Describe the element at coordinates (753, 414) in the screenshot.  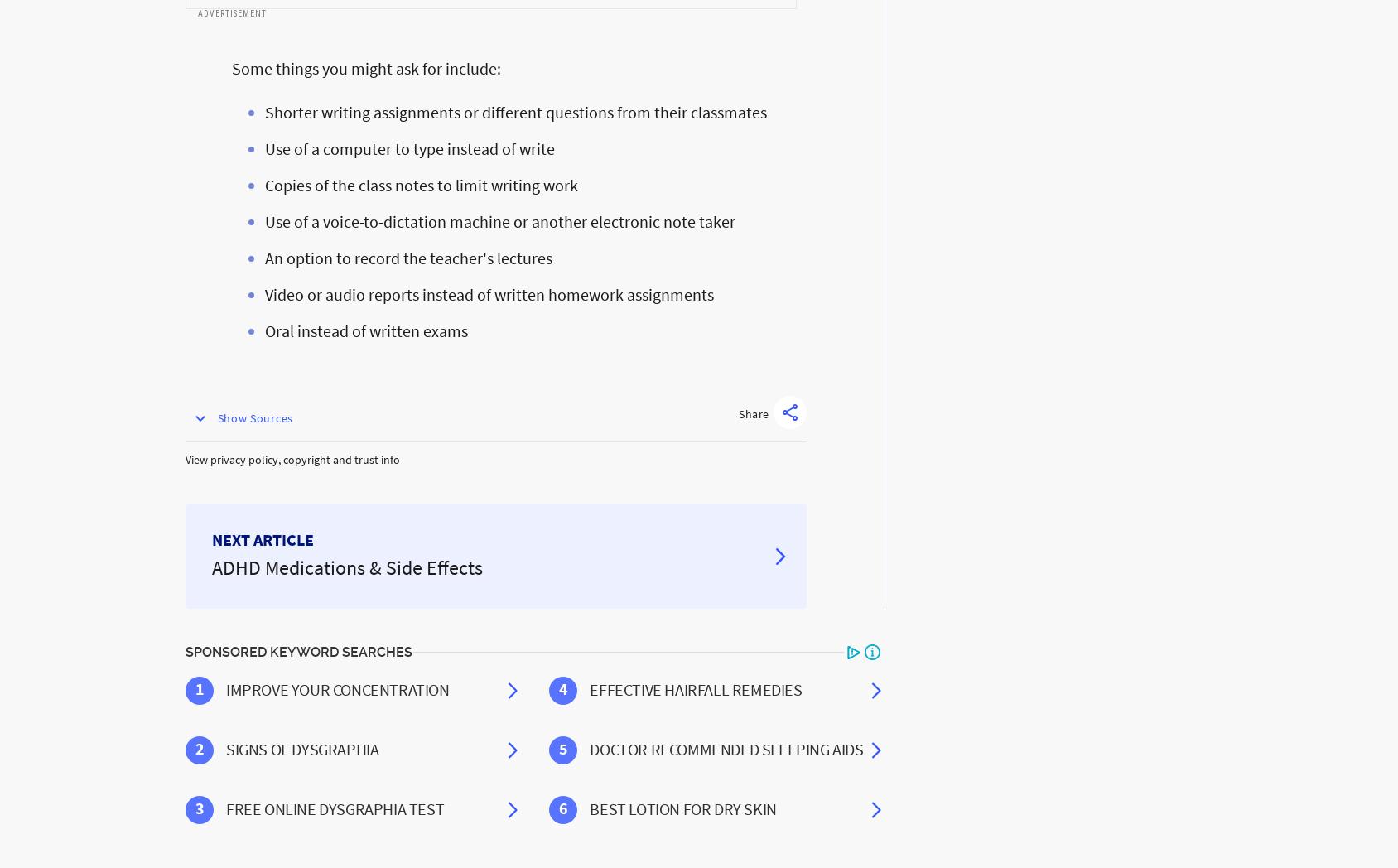
I see `'Share'` at that location.